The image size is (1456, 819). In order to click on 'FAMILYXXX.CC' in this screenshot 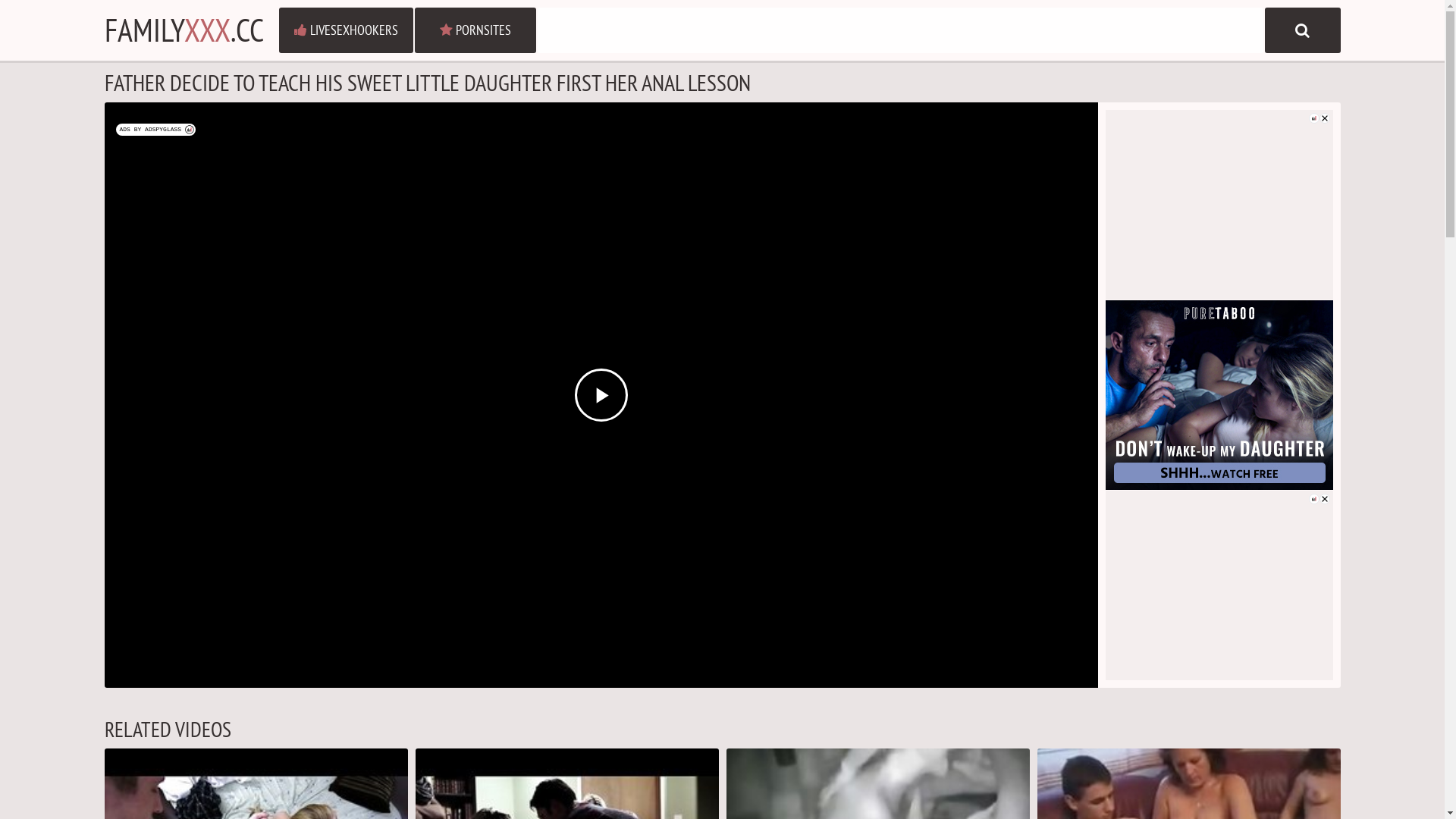, I will do `click(184, 30)`.